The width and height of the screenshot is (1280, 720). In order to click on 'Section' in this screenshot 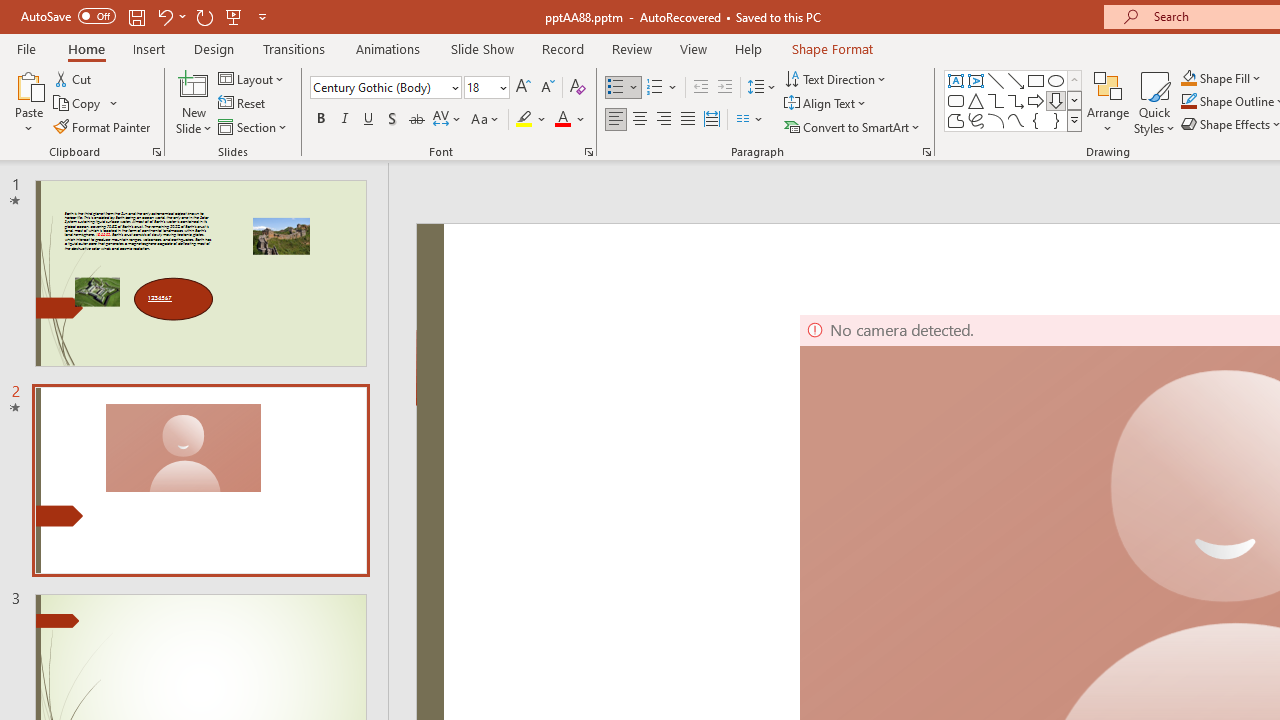, I will do `click(253, 127)`.